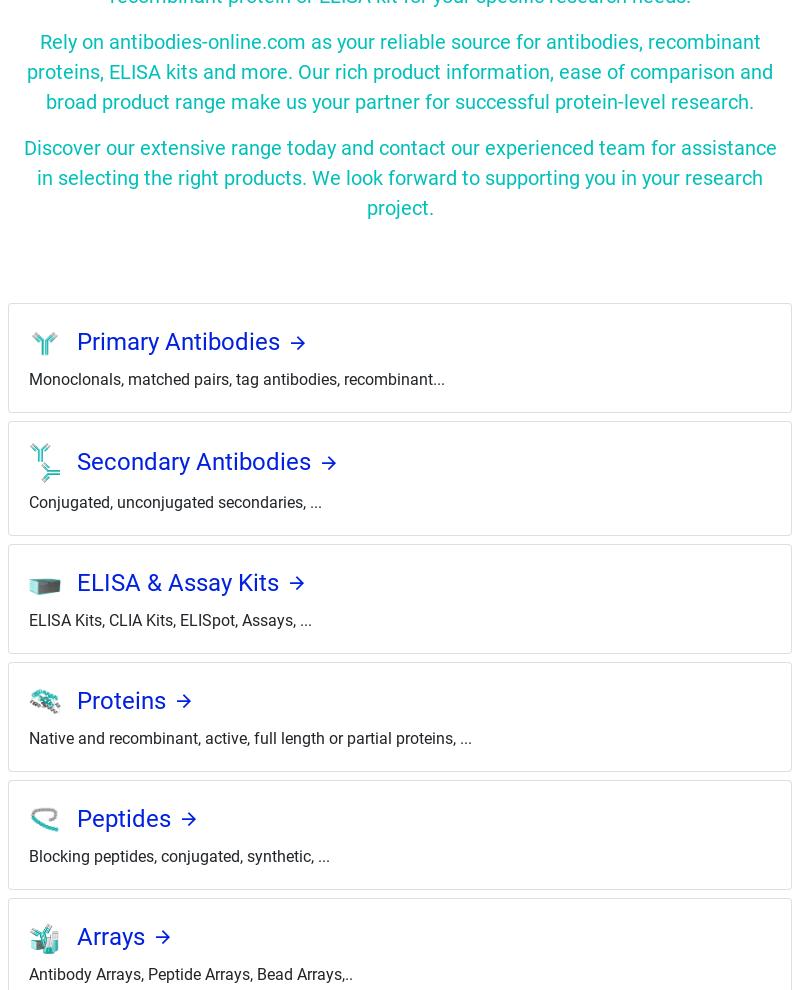  What do you see at coordinates (236, 378) in the screenshot?
I see `'Monoclonals, matched pairs, tag antibodies, recombinant...'` at bounding box center [236, 378].